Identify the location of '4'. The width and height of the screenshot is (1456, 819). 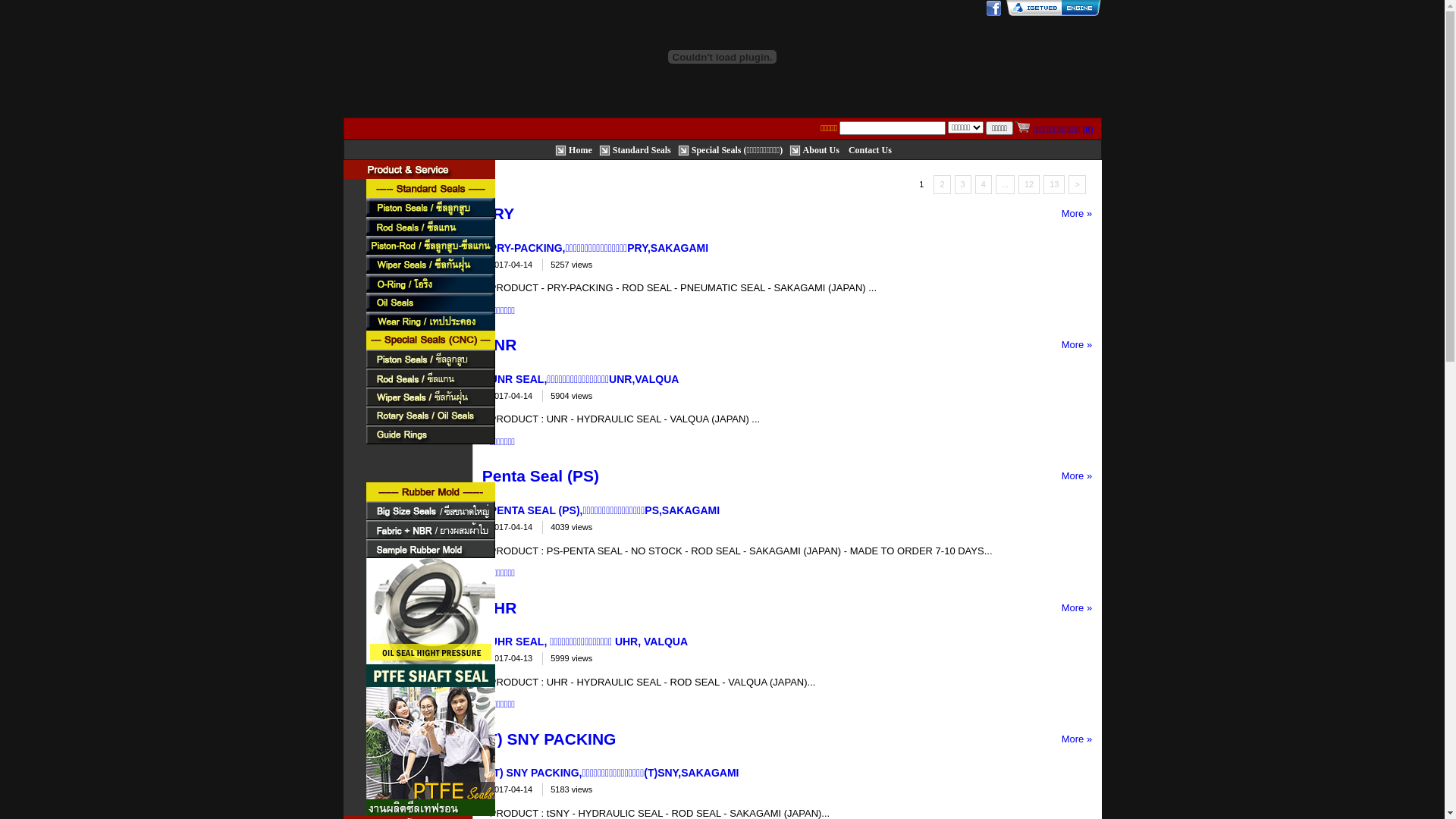
(983, 184).